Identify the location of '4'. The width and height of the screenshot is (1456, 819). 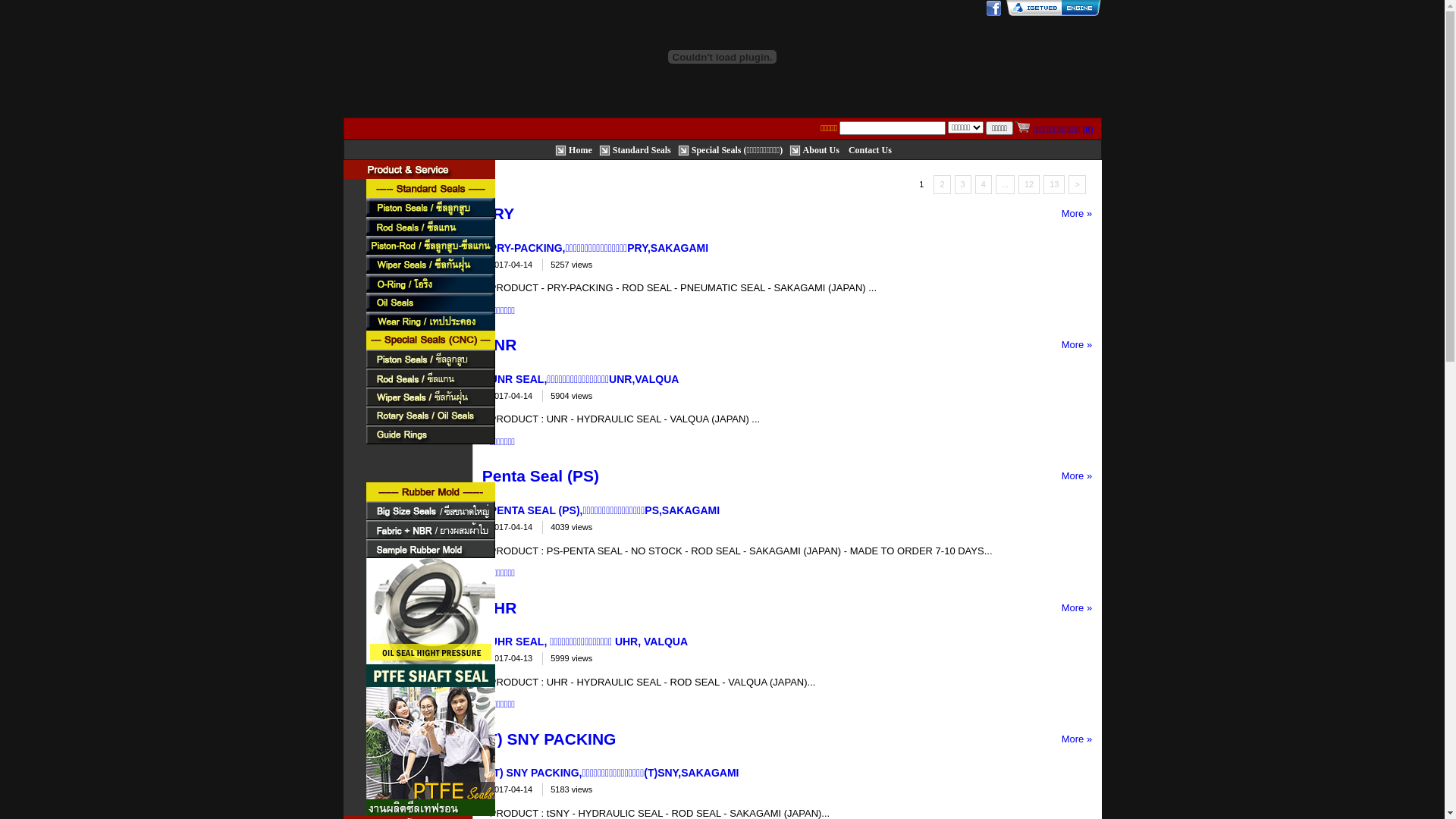
(983, 184).